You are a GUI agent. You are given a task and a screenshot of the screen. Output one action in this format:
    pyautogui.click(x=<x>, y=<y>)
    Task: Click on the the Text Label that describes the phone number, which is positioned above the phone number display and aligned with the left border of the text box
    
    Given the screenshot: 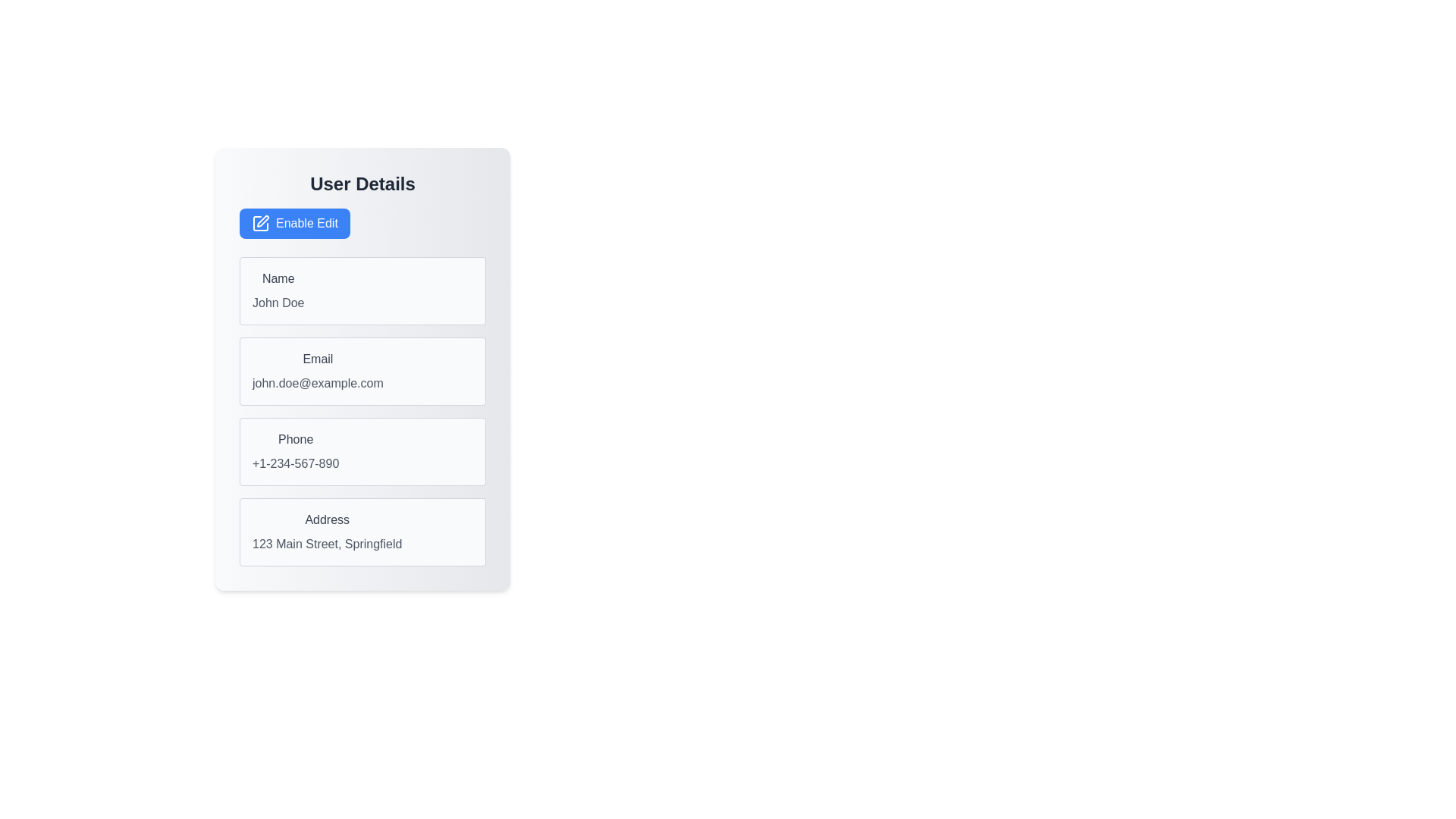 What is the action you would take?
    pyautogui.click(x=296, y=439)
    